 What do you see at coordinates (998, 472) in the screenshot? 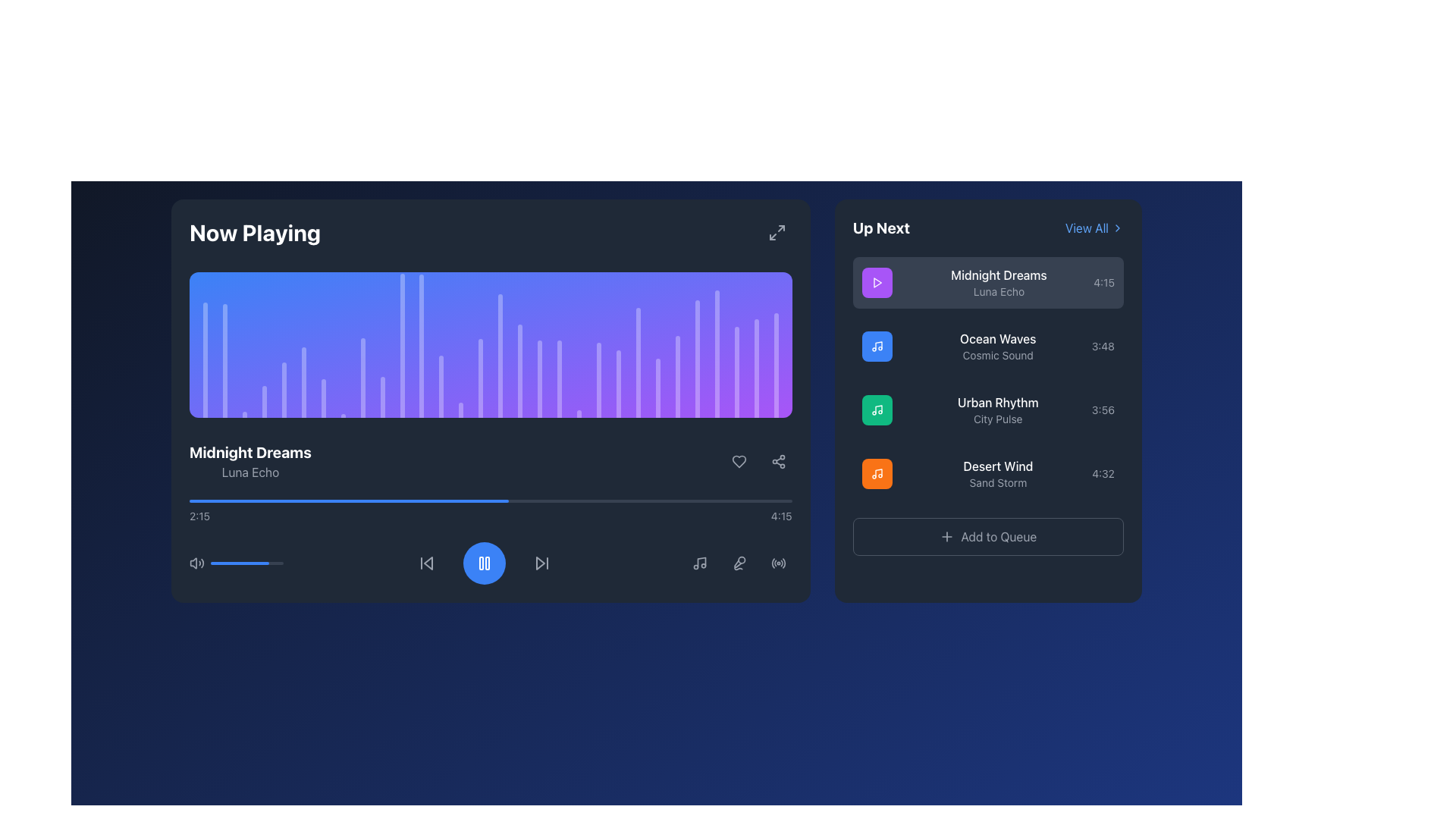
I see `the text label that displays 'Desert Wind' and 'Sand Storm' in the 'Up Next' section of the application, positioned as the fourth item in the vertical list` at bounding box center [998, 472].